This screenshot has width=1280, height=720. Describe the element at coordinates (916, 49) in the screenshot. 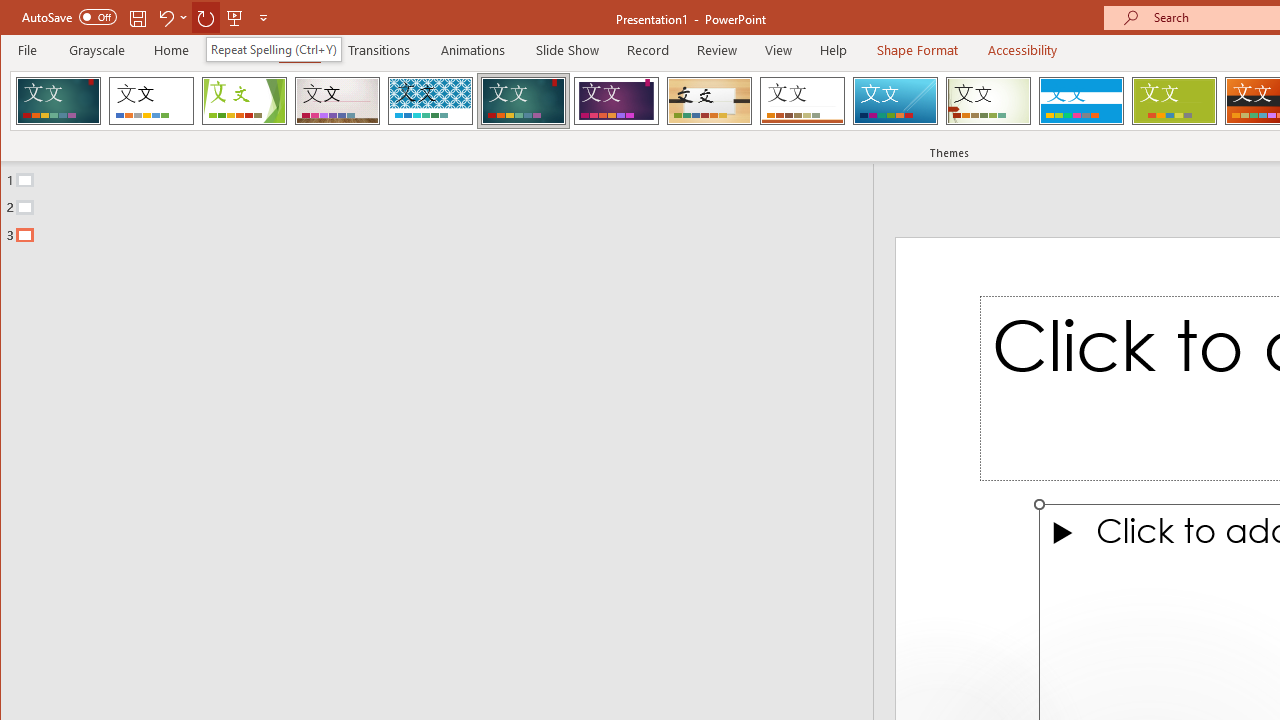

I see `'Shape Format'` at that location.